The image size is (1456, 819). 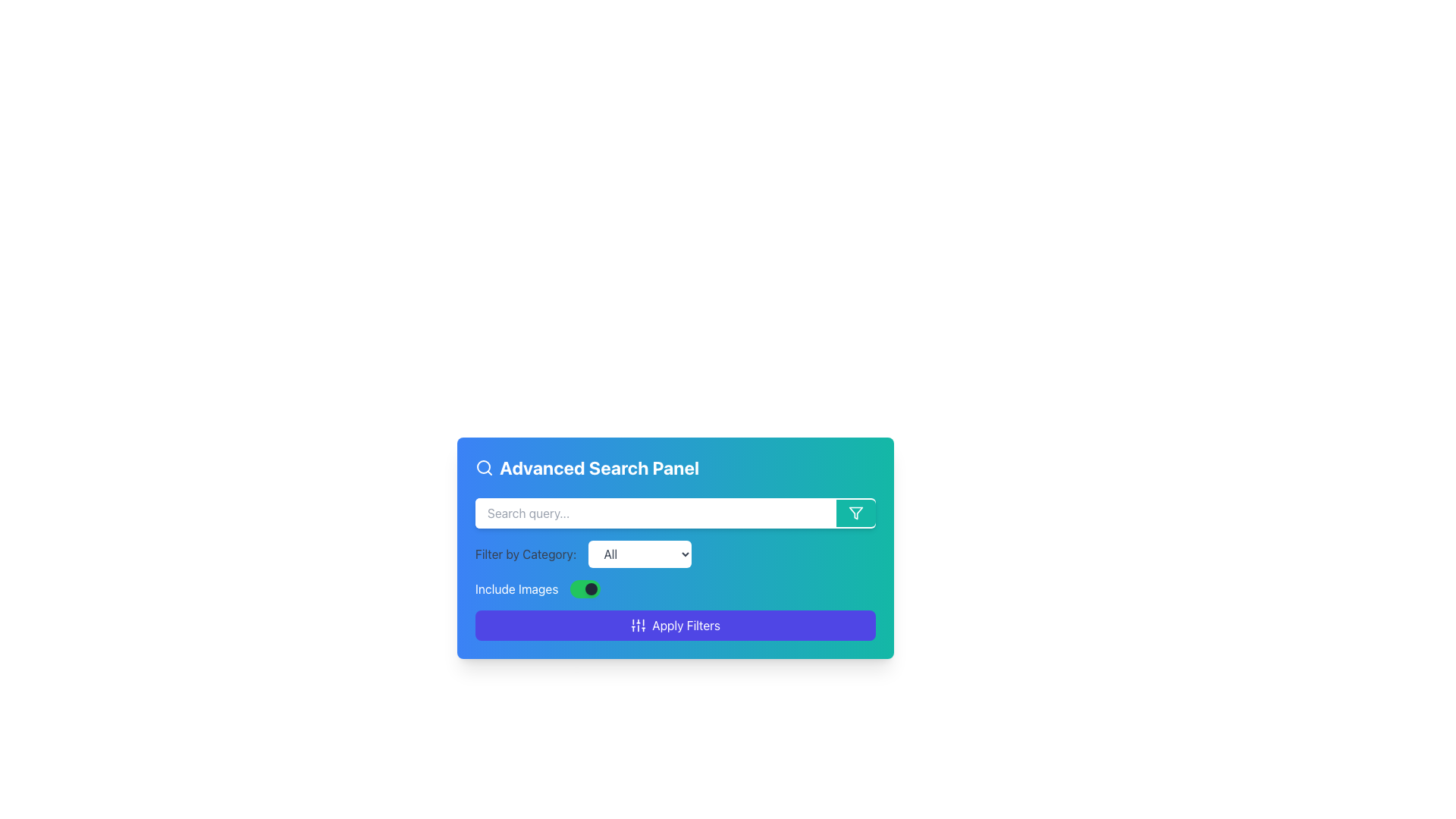 I want to click on the triangular funnel icon representing filter functionality located in the top right corner of the 'Advanced Search Panel' search input box, so click(x=855, y=513).